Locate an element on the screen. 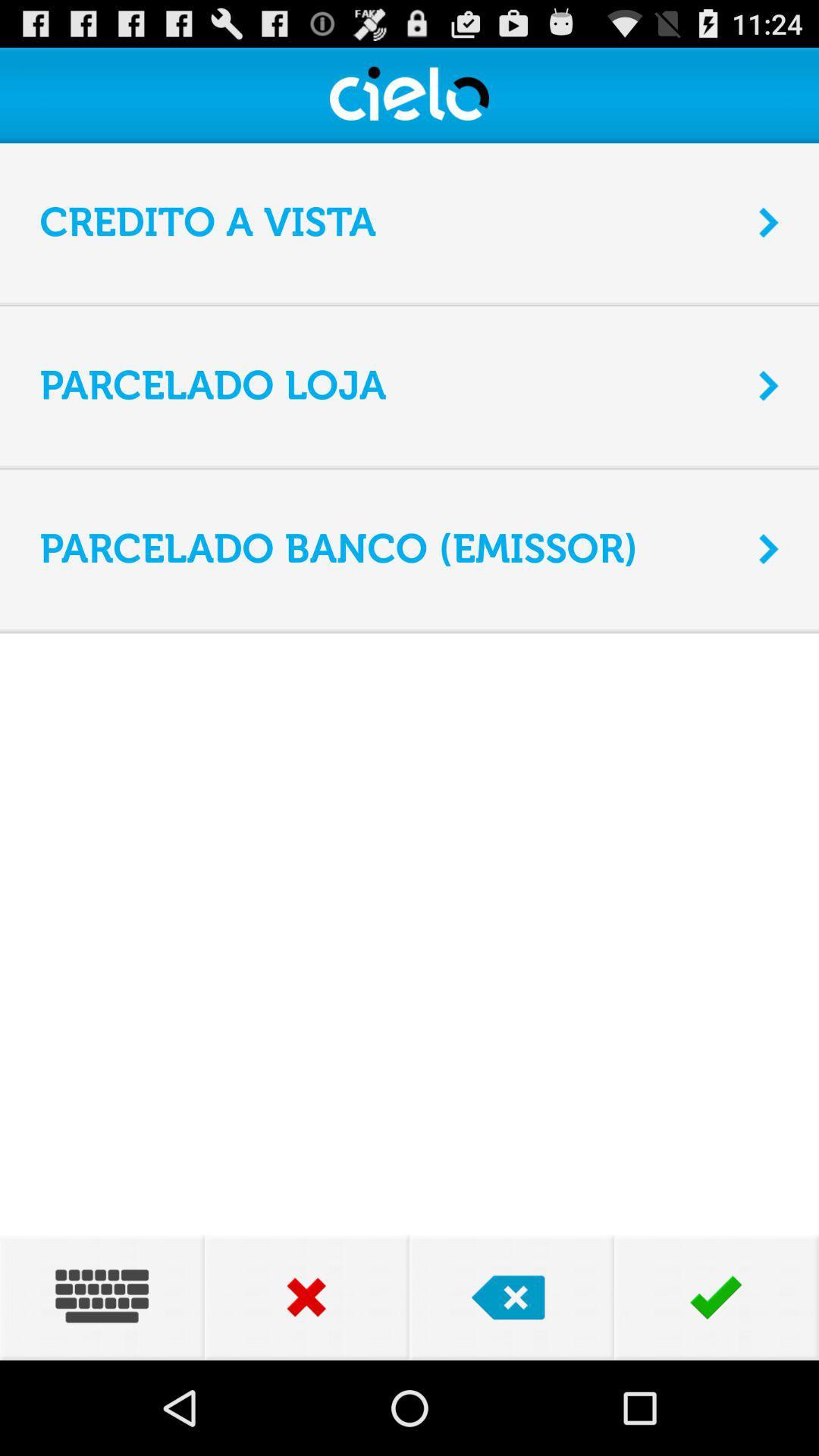  icon below credito a vista item is located at coordinates (409, 303).